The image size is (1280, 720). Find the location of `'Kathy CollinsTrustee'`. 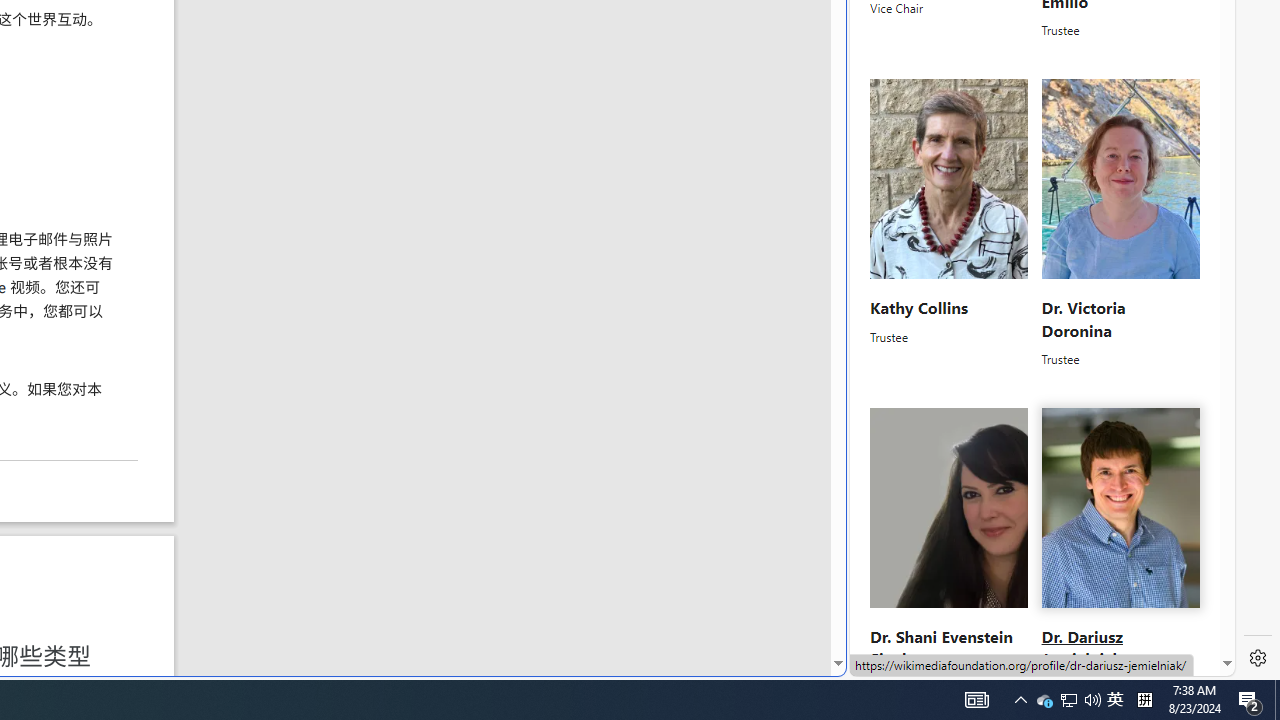

'Kathy CollinsTrustee' is located at coordinates (948, 223).